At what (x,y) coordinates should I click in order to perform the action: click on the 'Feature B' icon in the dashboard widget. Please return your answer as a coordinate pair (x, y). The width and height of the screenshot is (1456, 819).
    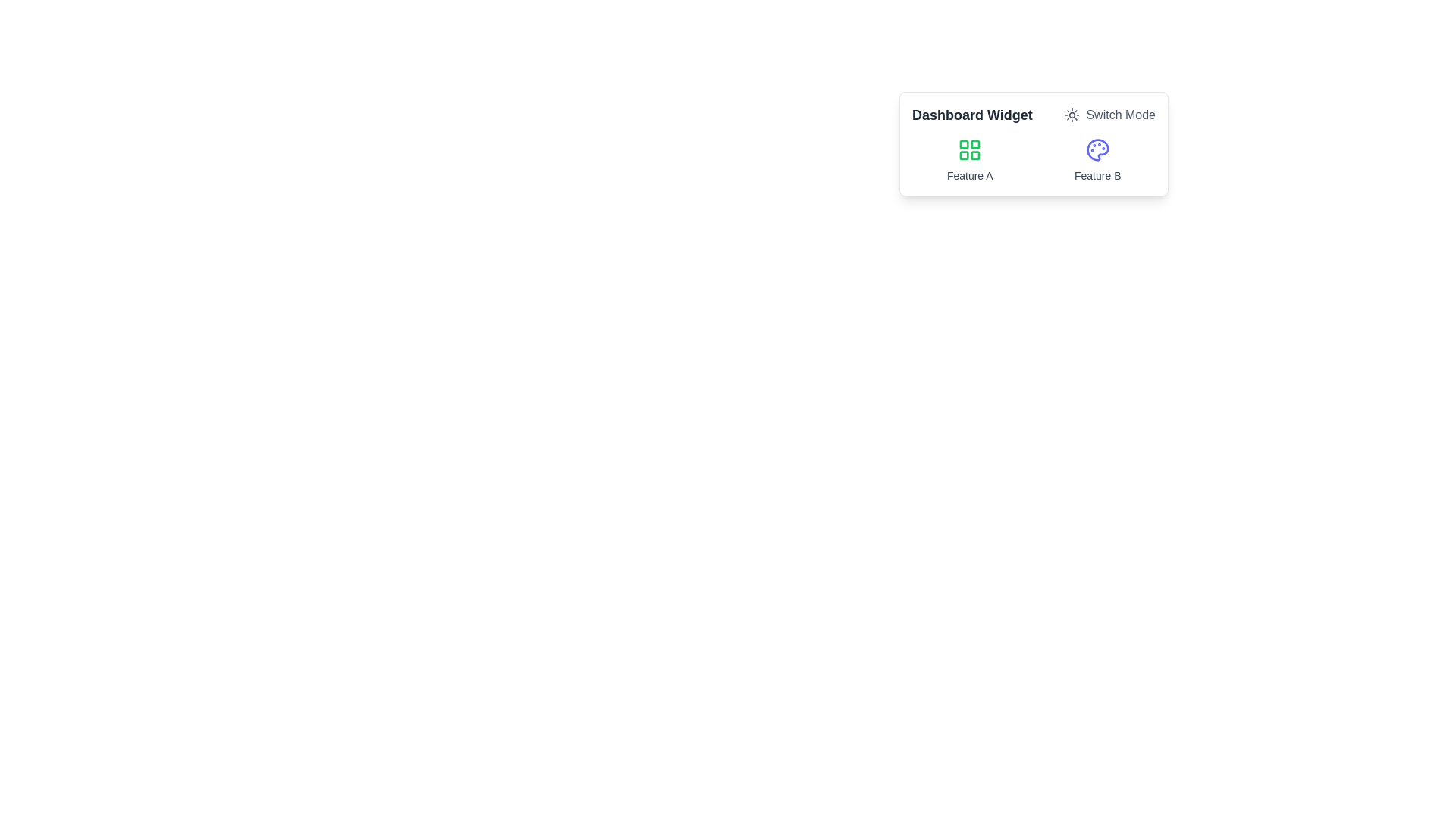
    Looking at the image, I should click on (1097, 161).